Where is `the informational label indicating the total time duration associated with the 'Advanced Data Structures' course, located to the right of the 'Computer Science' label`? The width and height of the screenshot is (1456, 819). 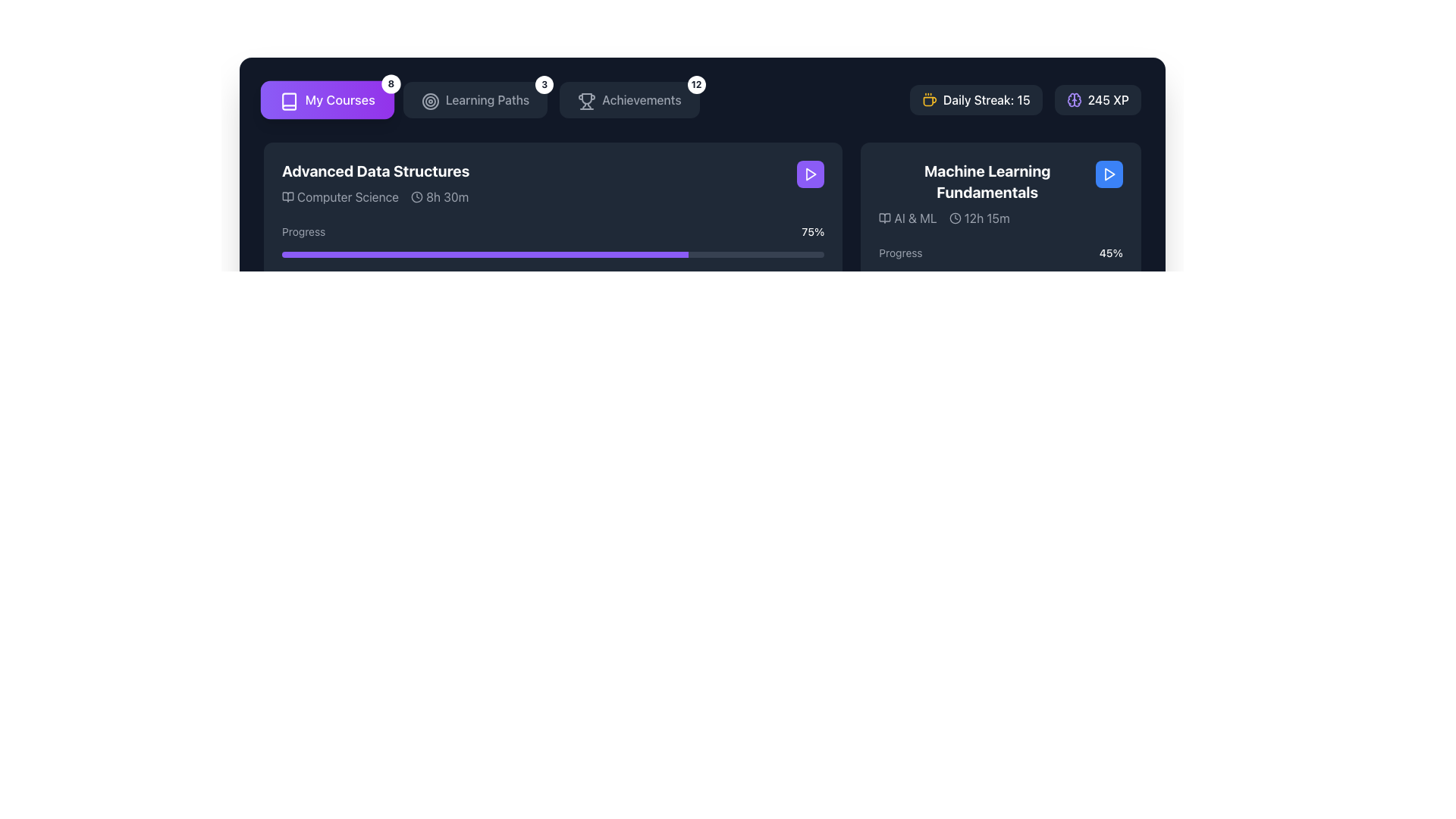
the informational label indicating the total time duration associated with the 'Advanced Data Structures' course, located to the right of the 'Computer Science' label is located at coordinates (439, 196).